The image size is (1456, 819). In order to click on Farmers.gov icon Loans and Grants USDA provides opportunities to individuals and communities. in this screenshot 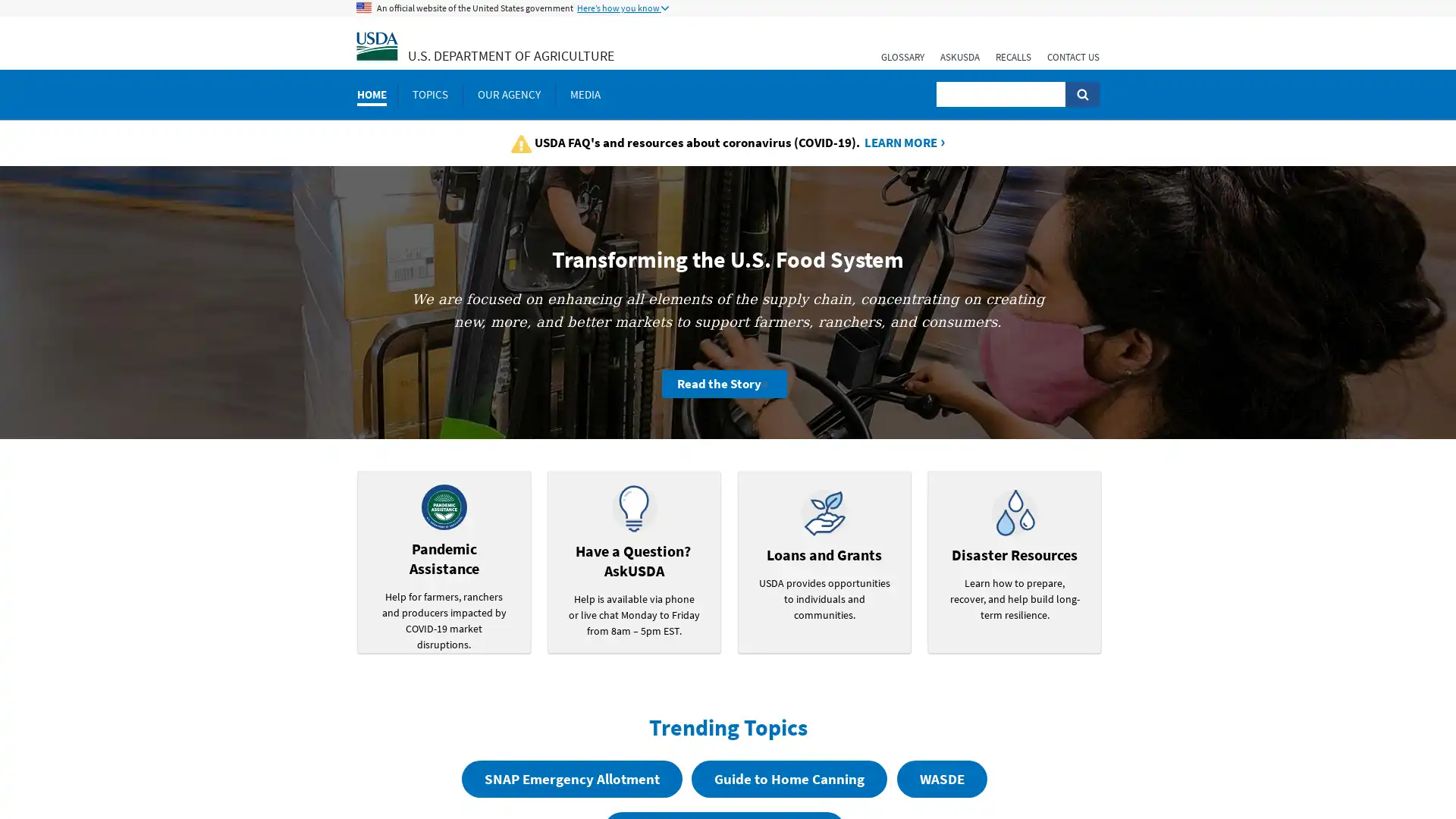, I will do `click(823, 561)`.